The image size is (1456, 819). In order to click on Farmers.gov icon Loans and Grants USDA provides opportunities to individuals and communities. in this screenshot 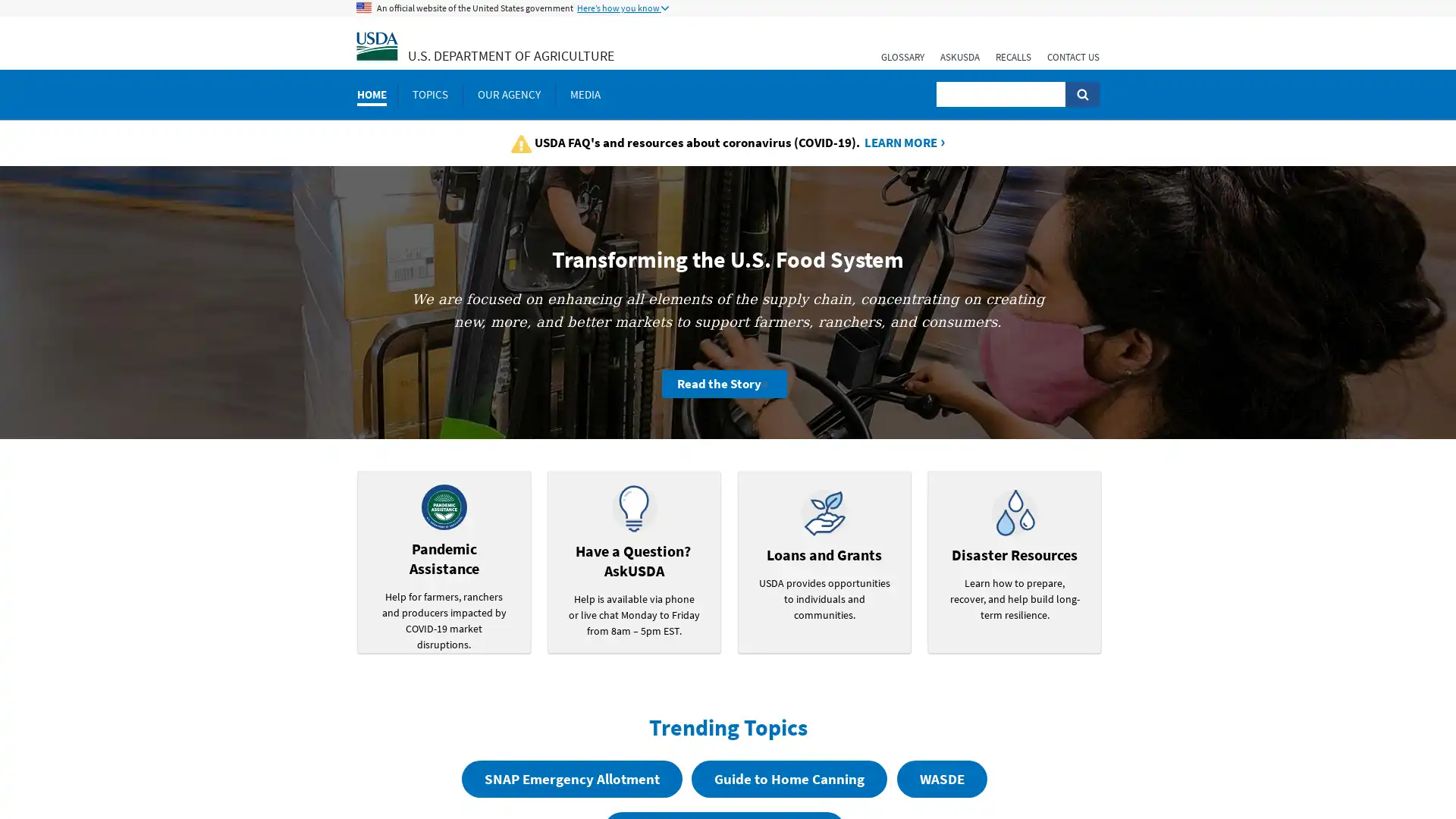, I will do `click(823, 561)`.